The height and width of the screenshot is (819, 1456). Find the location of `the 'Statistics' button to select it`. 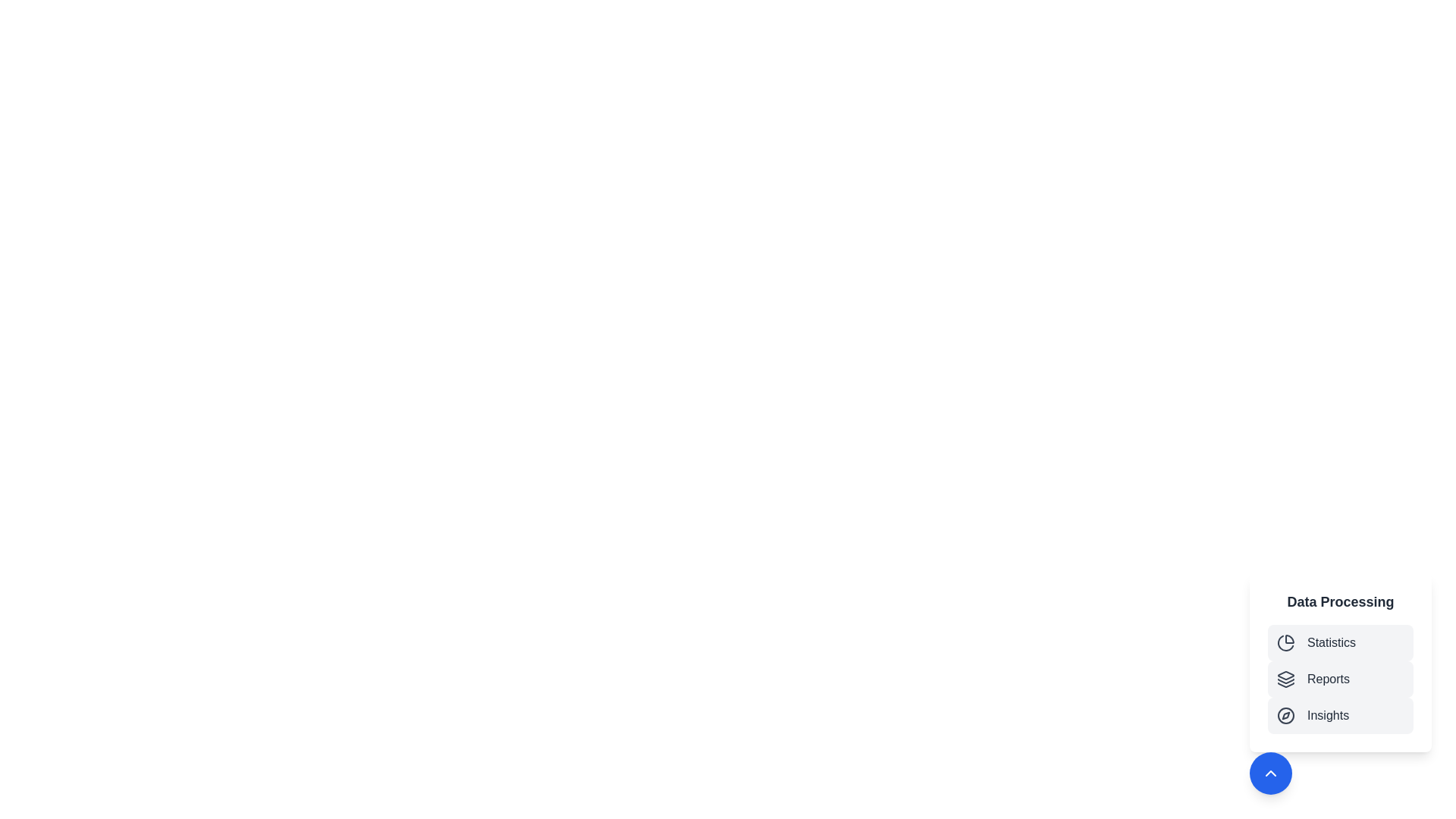

the 'Statistics' button to select it is located at coordinates (1340, 643).